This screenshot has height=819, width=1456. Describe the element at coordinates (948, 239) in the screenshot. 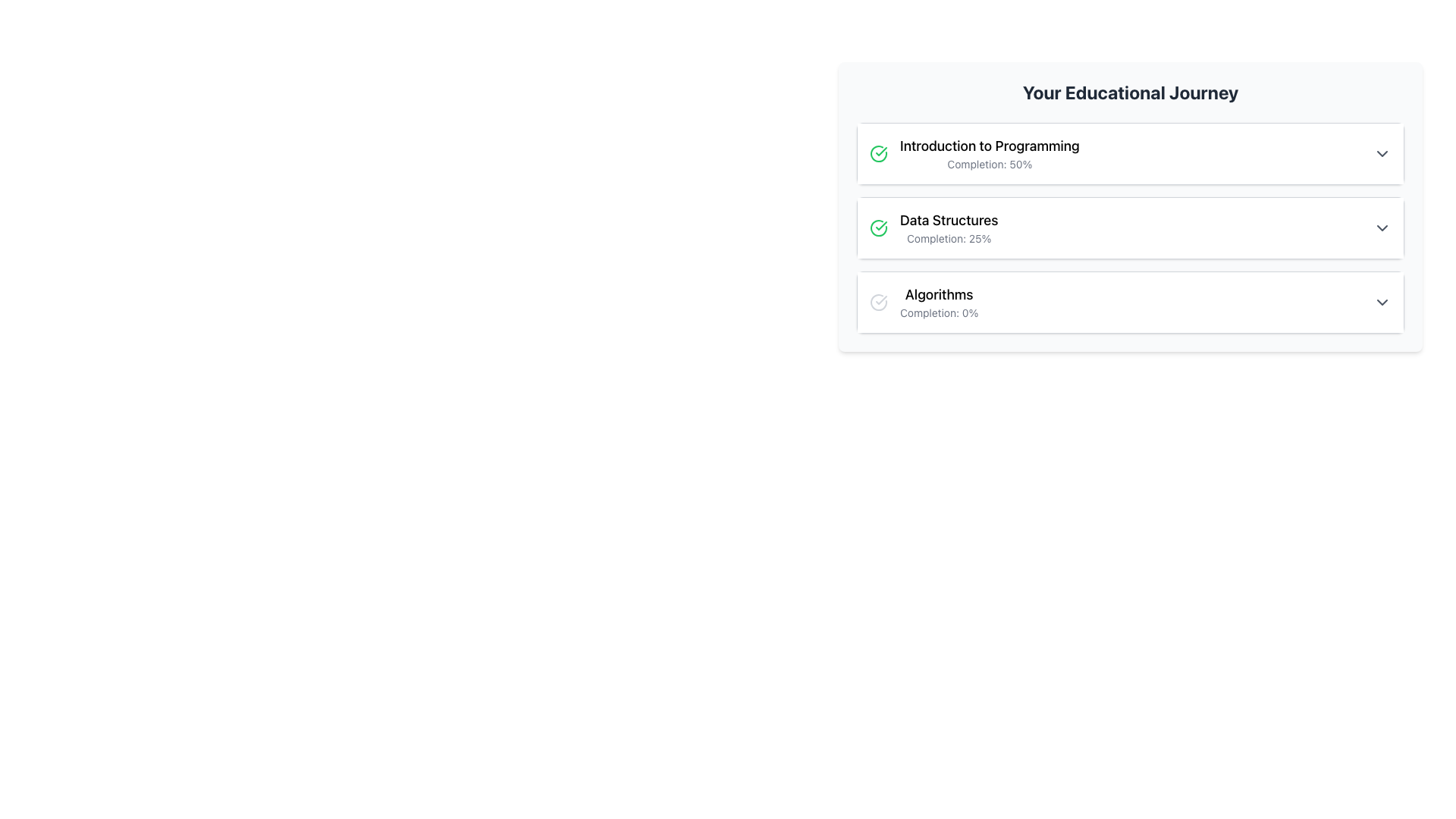

I see `the text label indicating the progress of the 'Data Structures' section, which shows that 25% has been completed. This label is located directly underneath the 'Data Structures' title and is aligned to its left` at that location.